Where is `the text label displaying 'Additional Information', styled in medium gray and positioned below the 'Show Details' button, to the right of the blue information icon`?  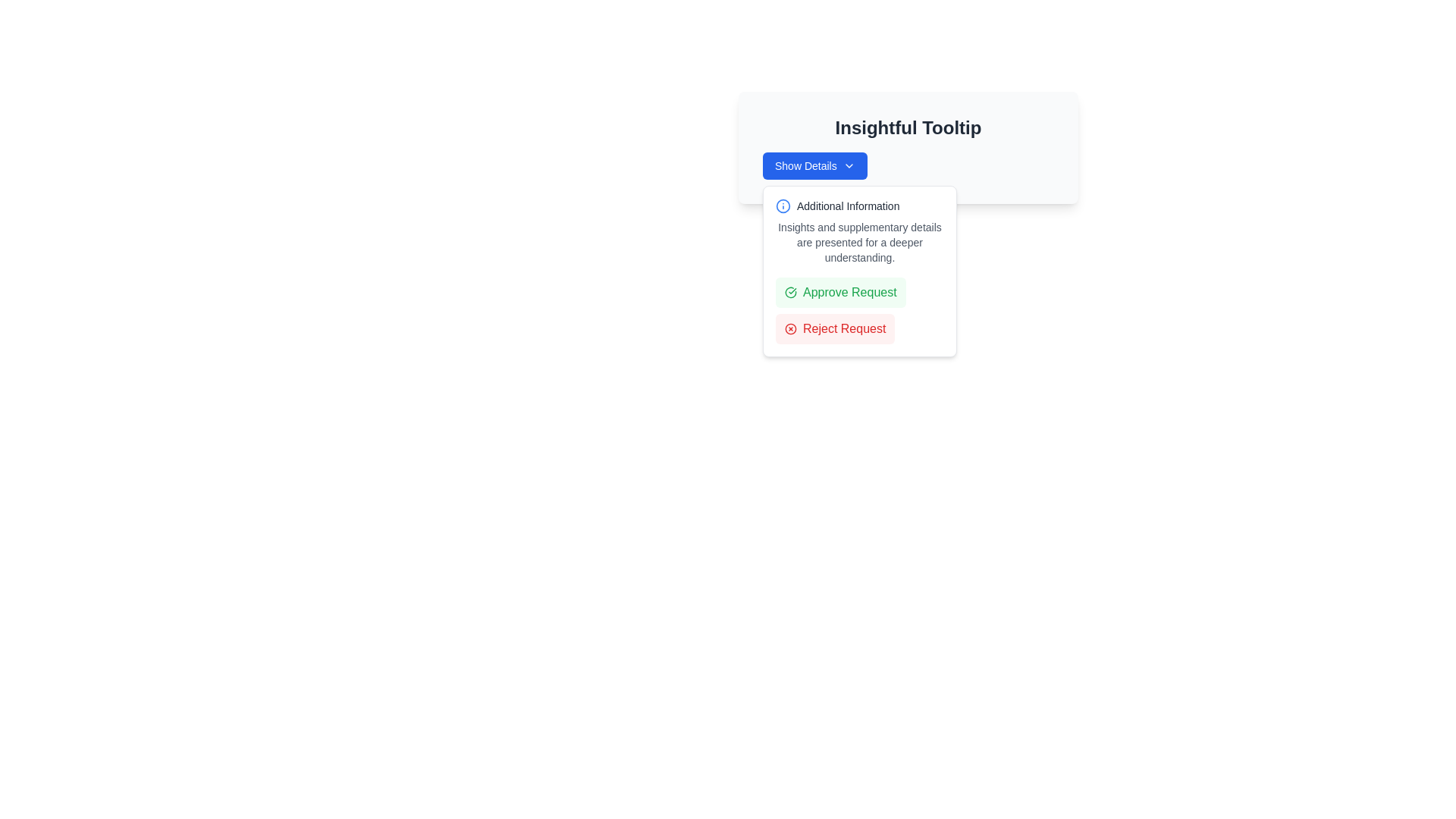 the text label displaying 'Additional Information', styled in medium gray and positioned below the 'Show Details' button, to the right of the blue information icon is located at coordinates (847, 206).